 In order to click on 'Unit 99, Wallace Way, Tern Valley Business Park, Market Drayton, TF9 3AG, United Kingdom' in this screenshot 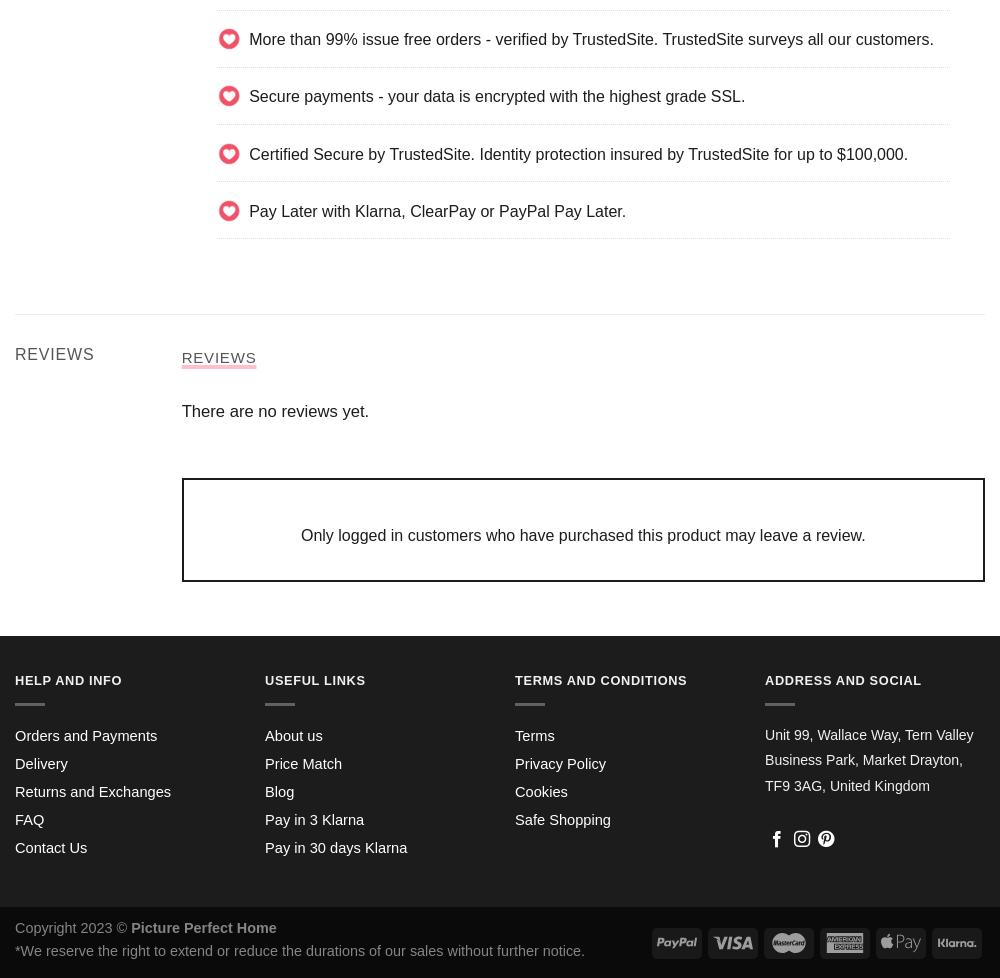, I will do `click(765, 758)`.